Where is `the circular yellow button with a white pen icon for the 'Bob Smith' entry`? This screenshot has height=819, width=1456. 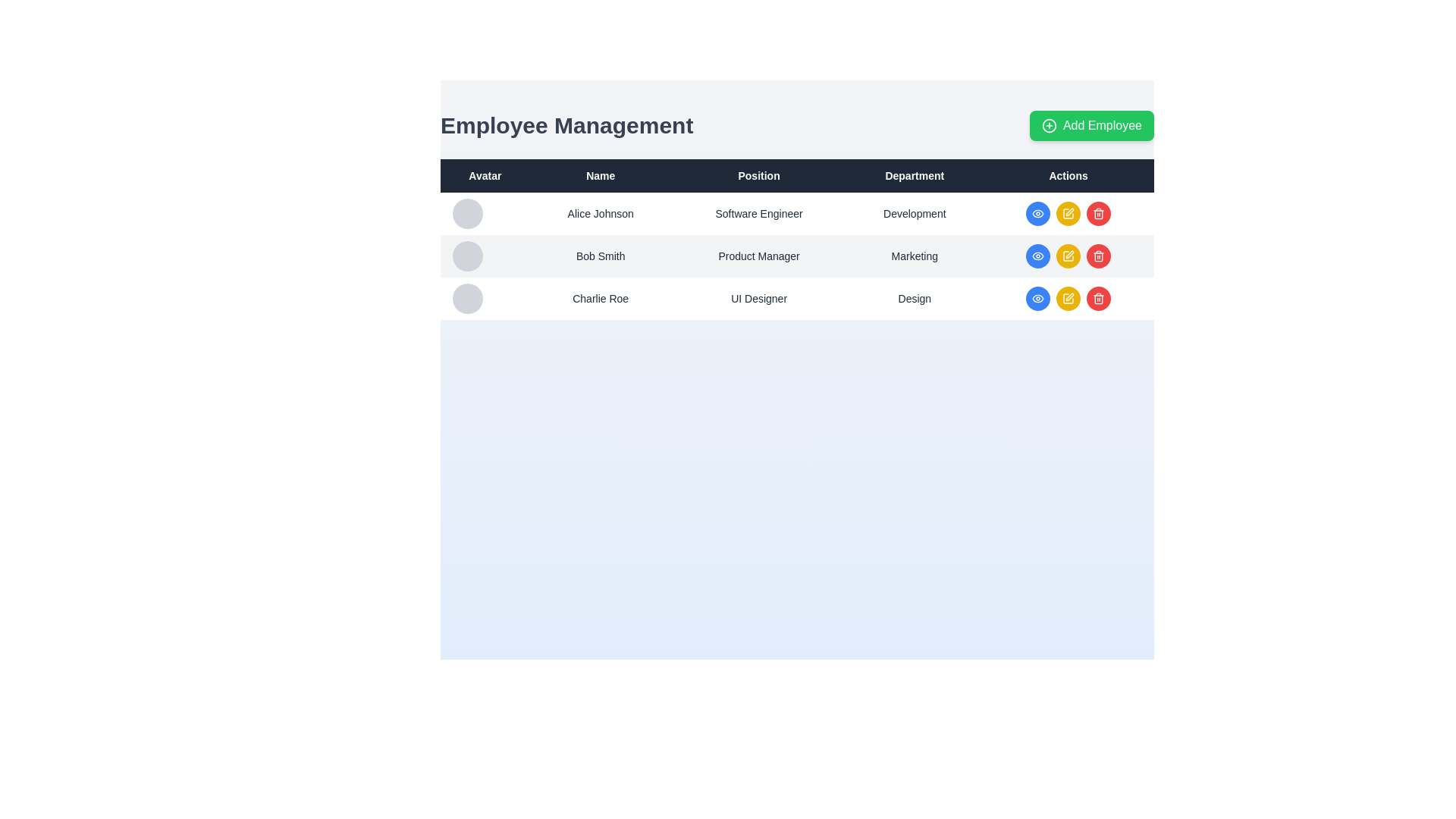
the circular yellow button with a white pen icon for the 'Bob Smith' entry is located at coordinates (1068, 256).